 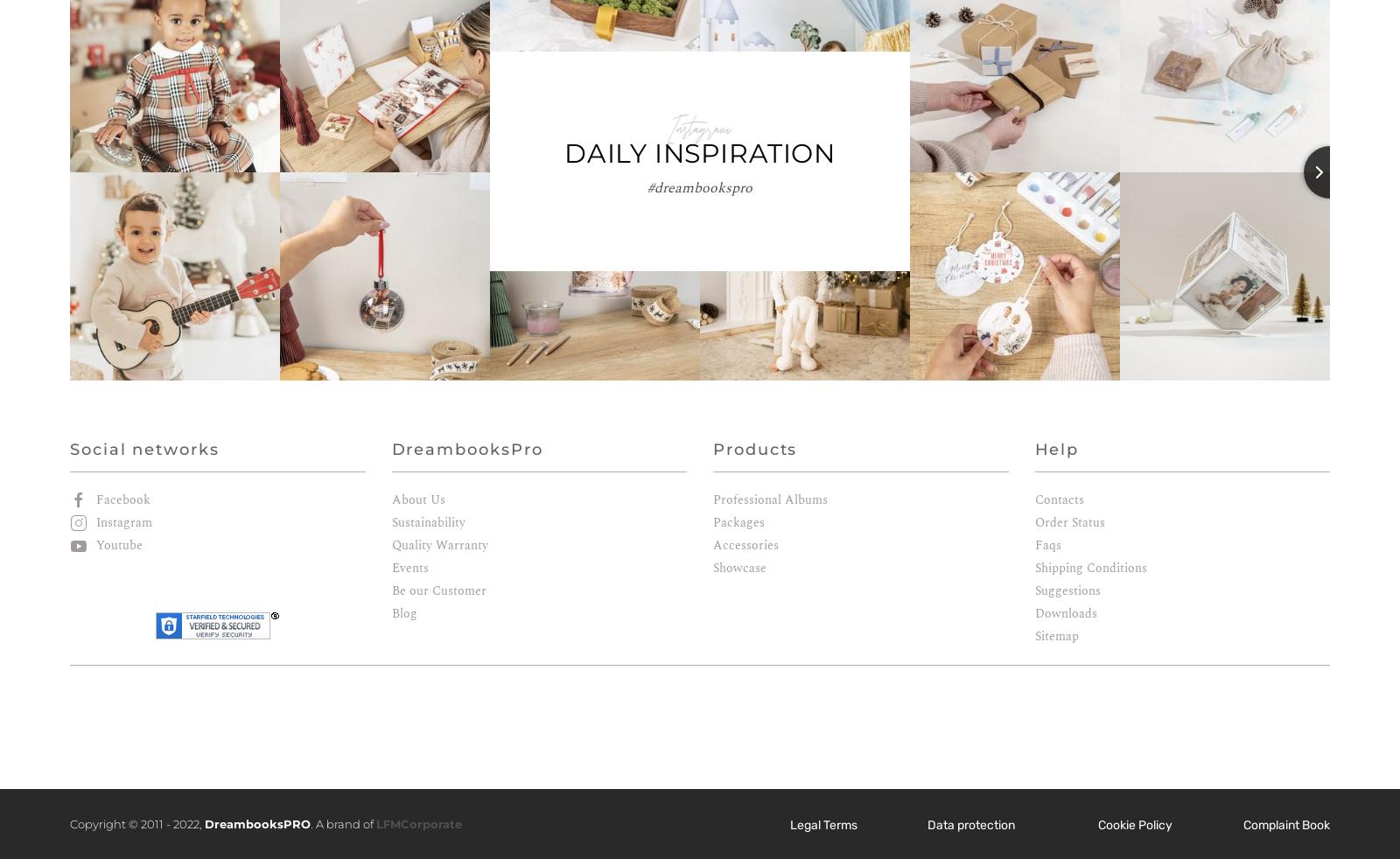 I want to click on 'Showcase', so click(x=738, y=566).